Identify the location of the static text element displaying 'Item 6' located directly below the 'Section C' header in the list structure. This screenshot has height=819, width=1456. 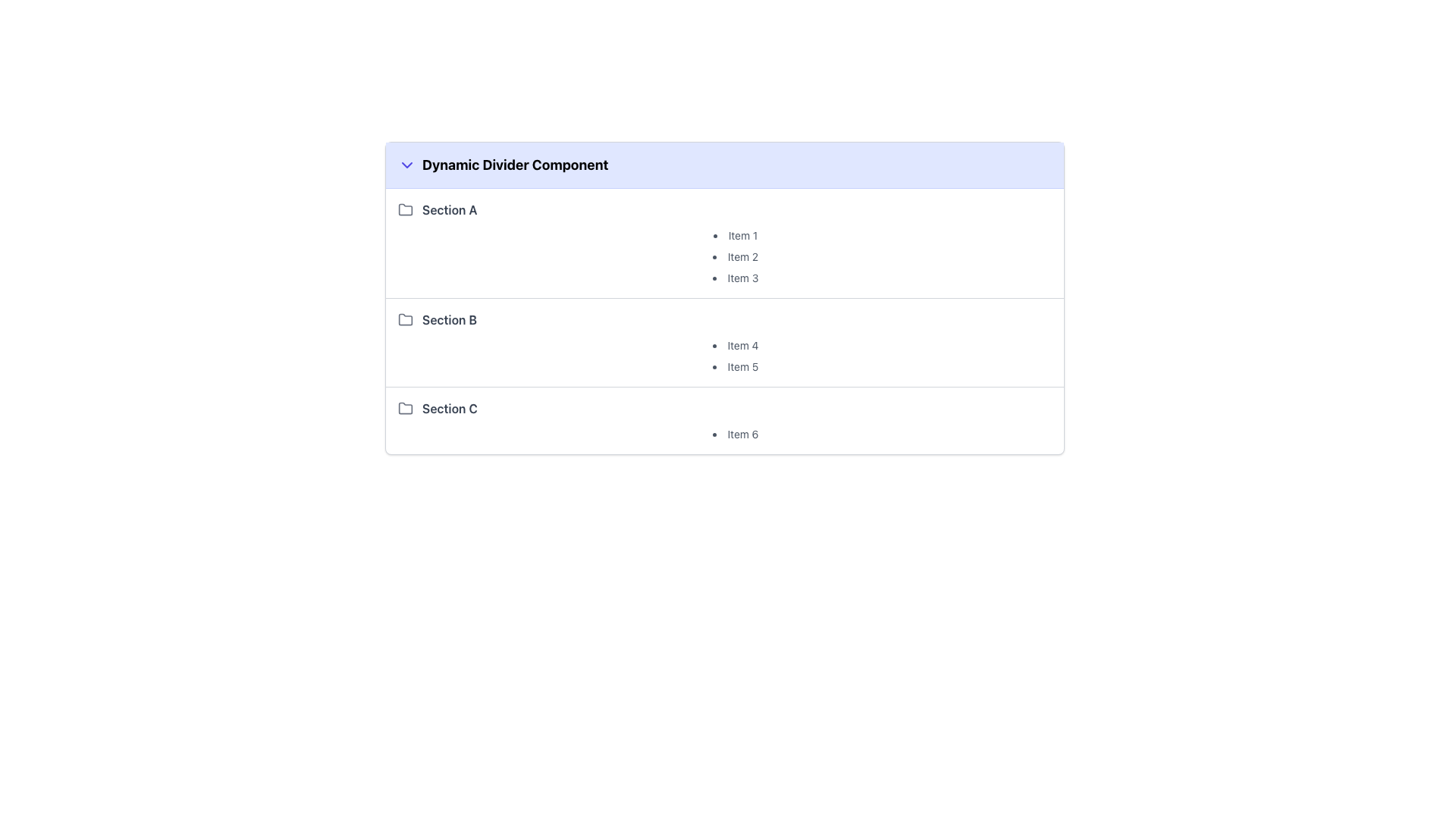
(723, 435).